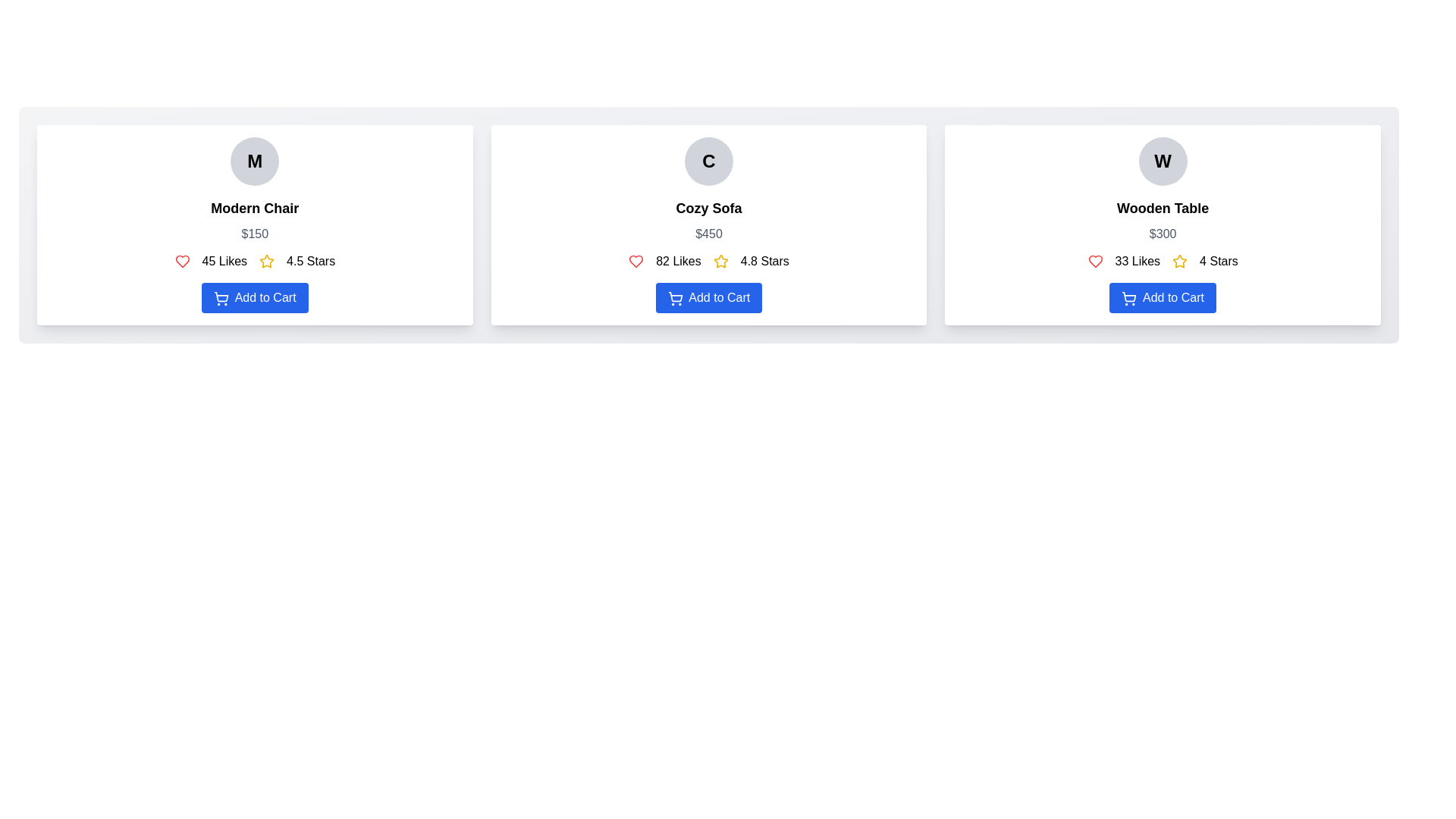  Describe the element at coordinates (255, 161) in the screenshot. I see `the static icon representing the 'Modern Chair' product, located at the top-center of the product card above the text heading 'Modern Chair'` at that location.